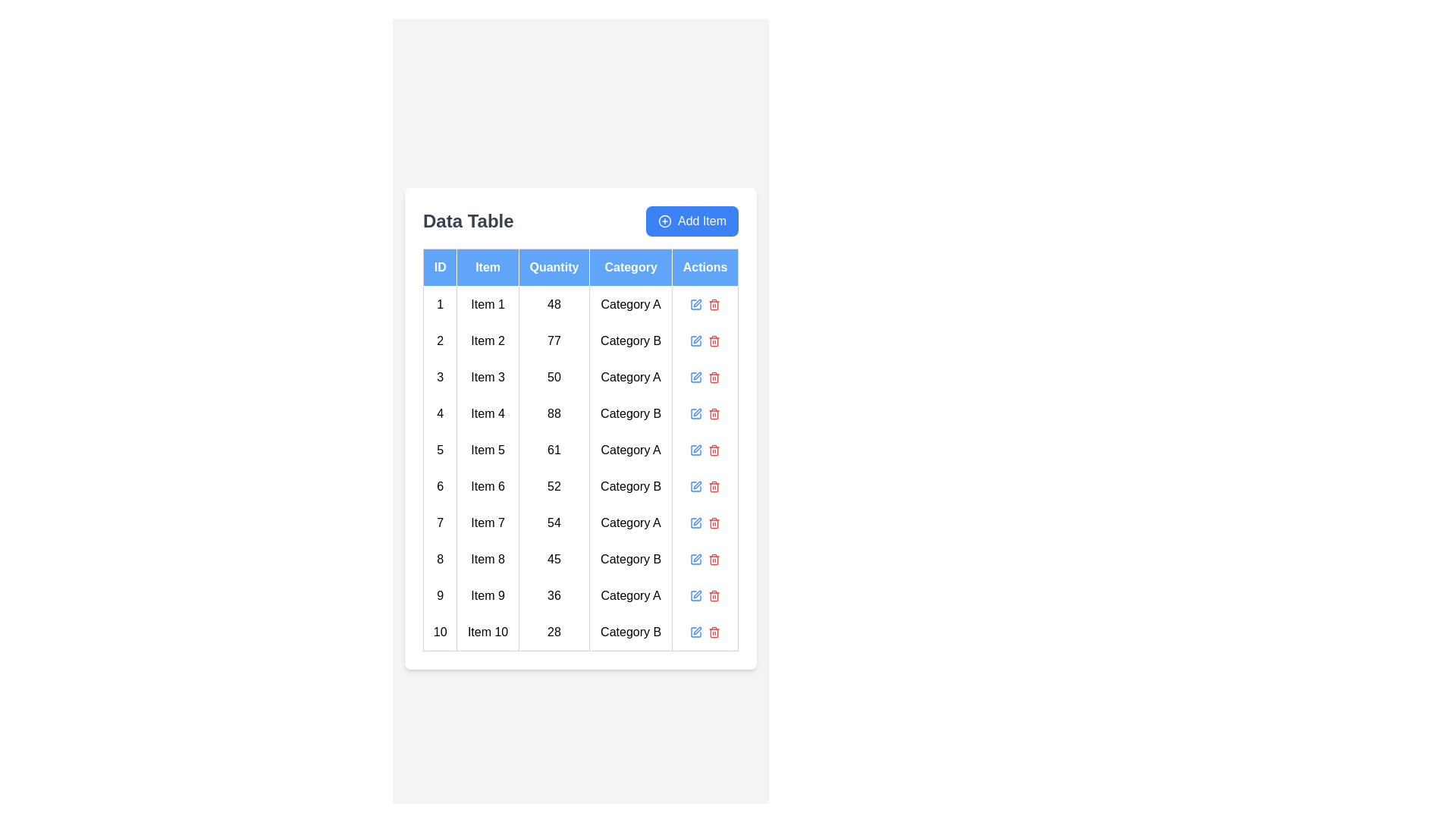 The width and height of the screenshot is (1456, 819). What do you see at coordinates (695, 304) in the screenshot?
I see `the blue square icon button with a pen symbol located in the first row of the 'Actions' column in the data table` at bounding box center [695, 304].